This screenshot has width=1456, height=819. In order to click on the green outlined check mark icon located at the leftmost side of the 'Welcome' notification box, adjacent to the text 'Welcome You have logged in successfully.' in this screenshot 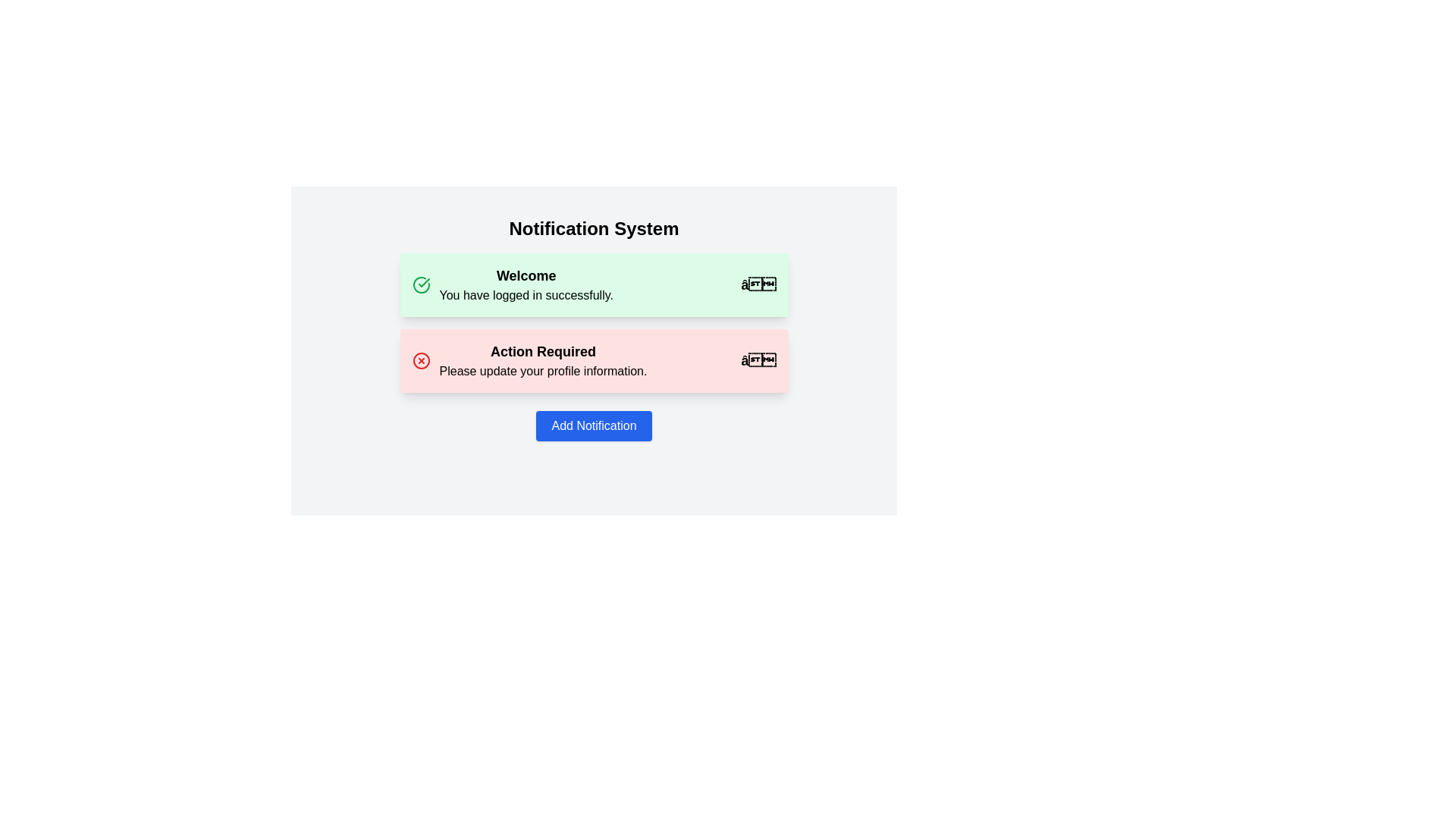, I will do `click(421, 284)`.